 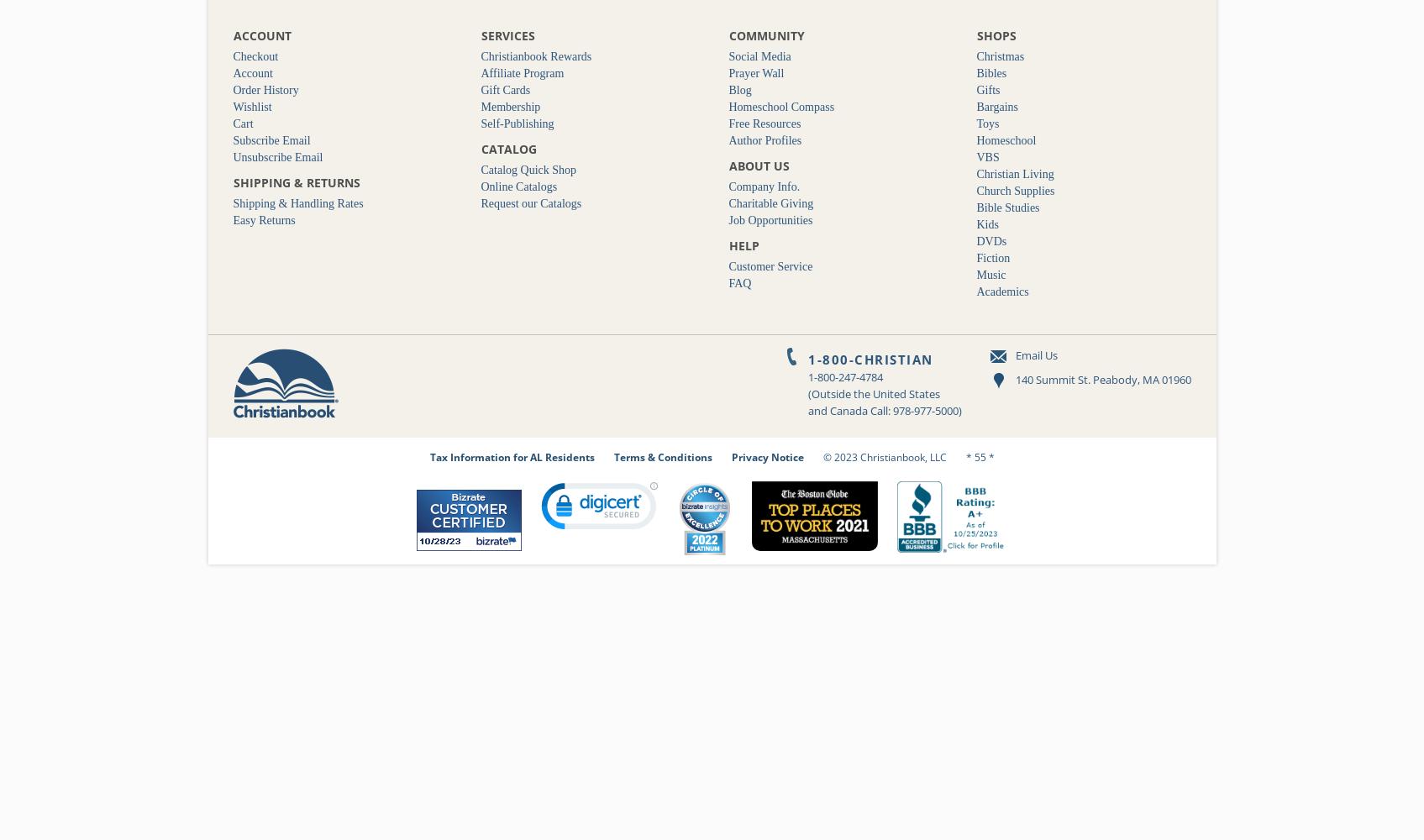 What do you see at coordinates (849, 409) in the screenshot?
I see `'and Canada Call:'` at bounding box center [849, 409].